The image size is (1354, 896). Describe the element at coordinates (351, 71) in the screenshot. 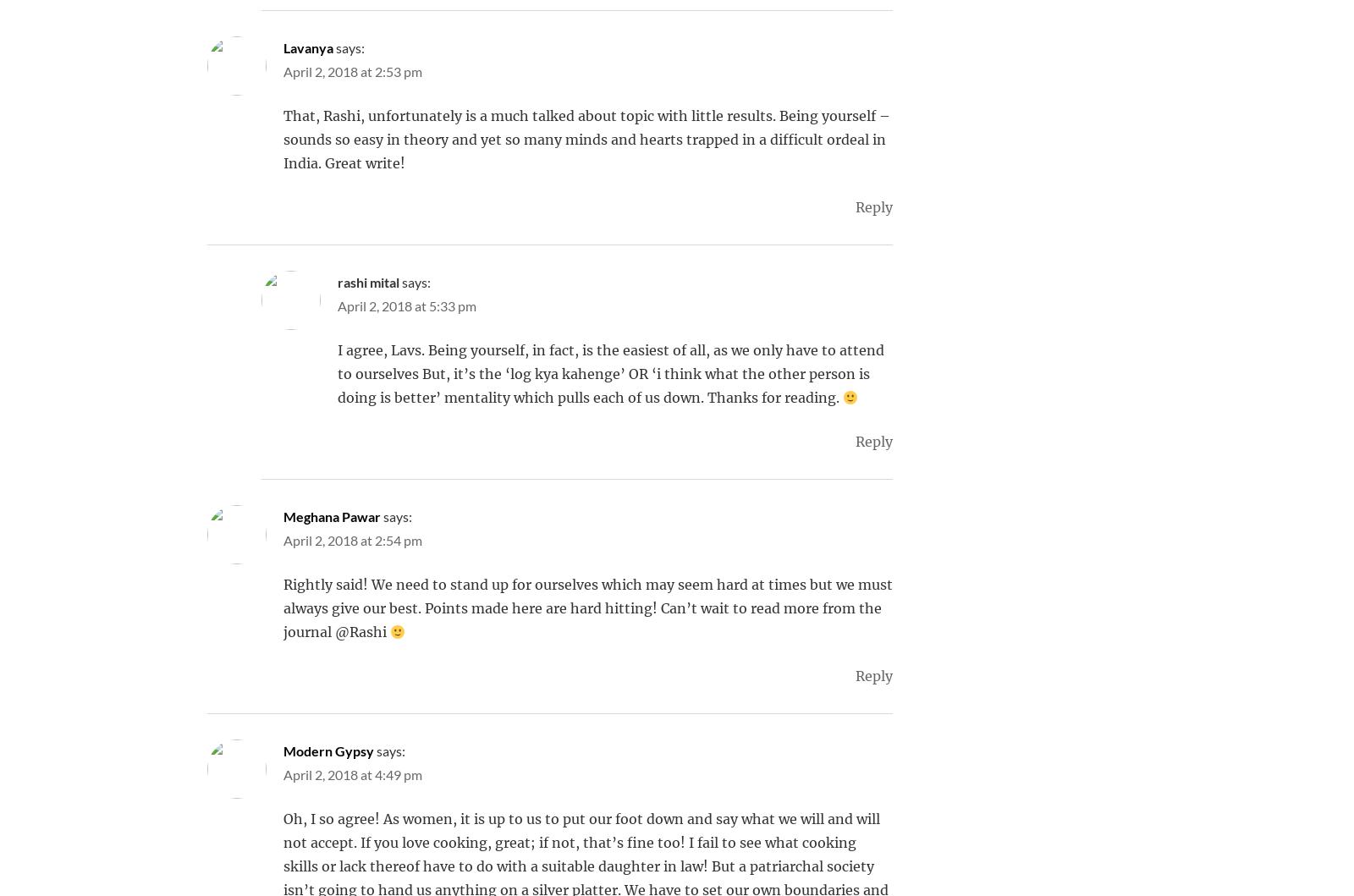

I see `'April 2, 2018 at 2:53 pm'` at that location.